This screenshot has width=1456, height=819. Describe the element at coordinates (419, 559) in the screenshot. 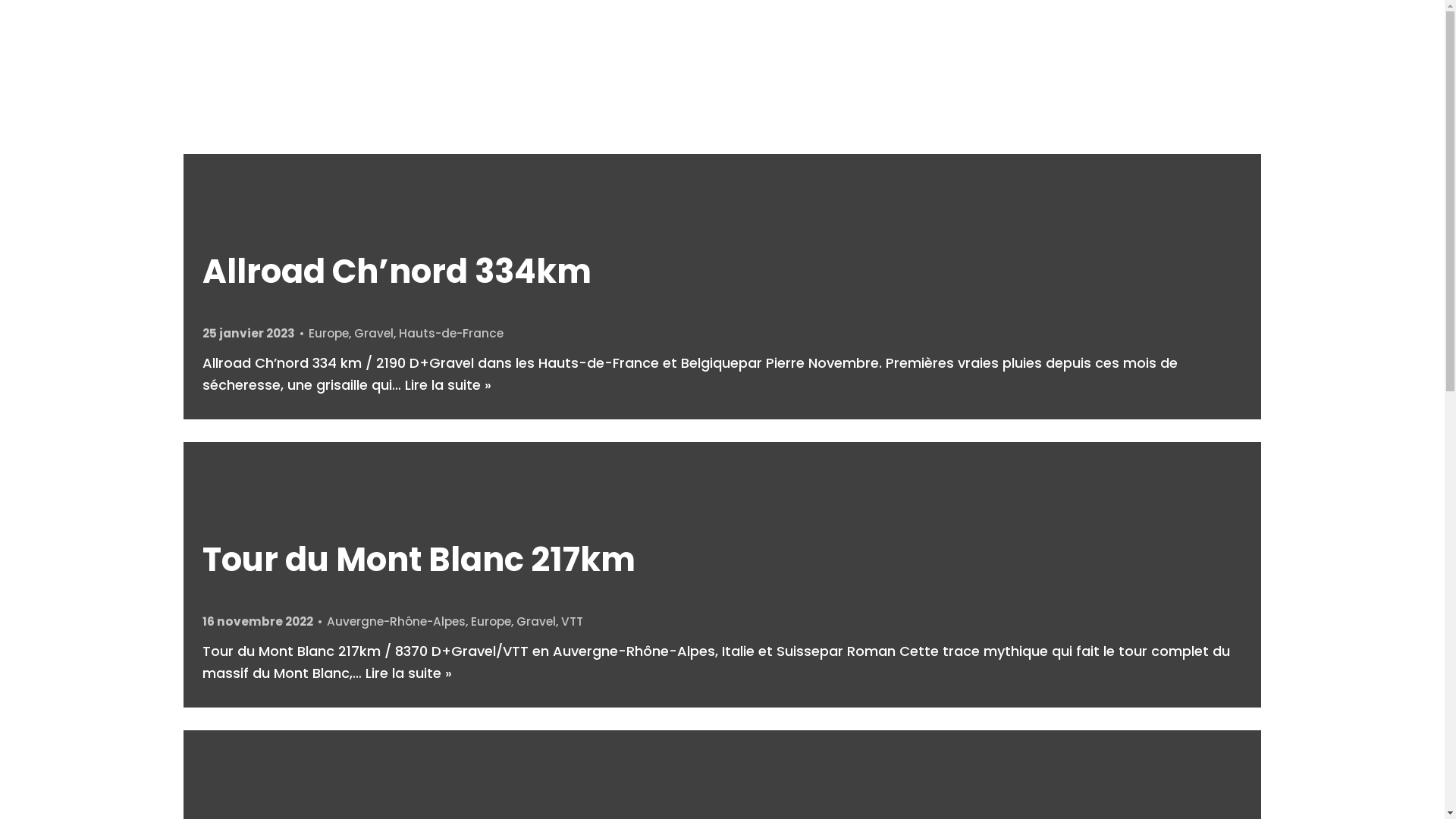

I see `'Tour du Mont Blanc 217km'` at that location.